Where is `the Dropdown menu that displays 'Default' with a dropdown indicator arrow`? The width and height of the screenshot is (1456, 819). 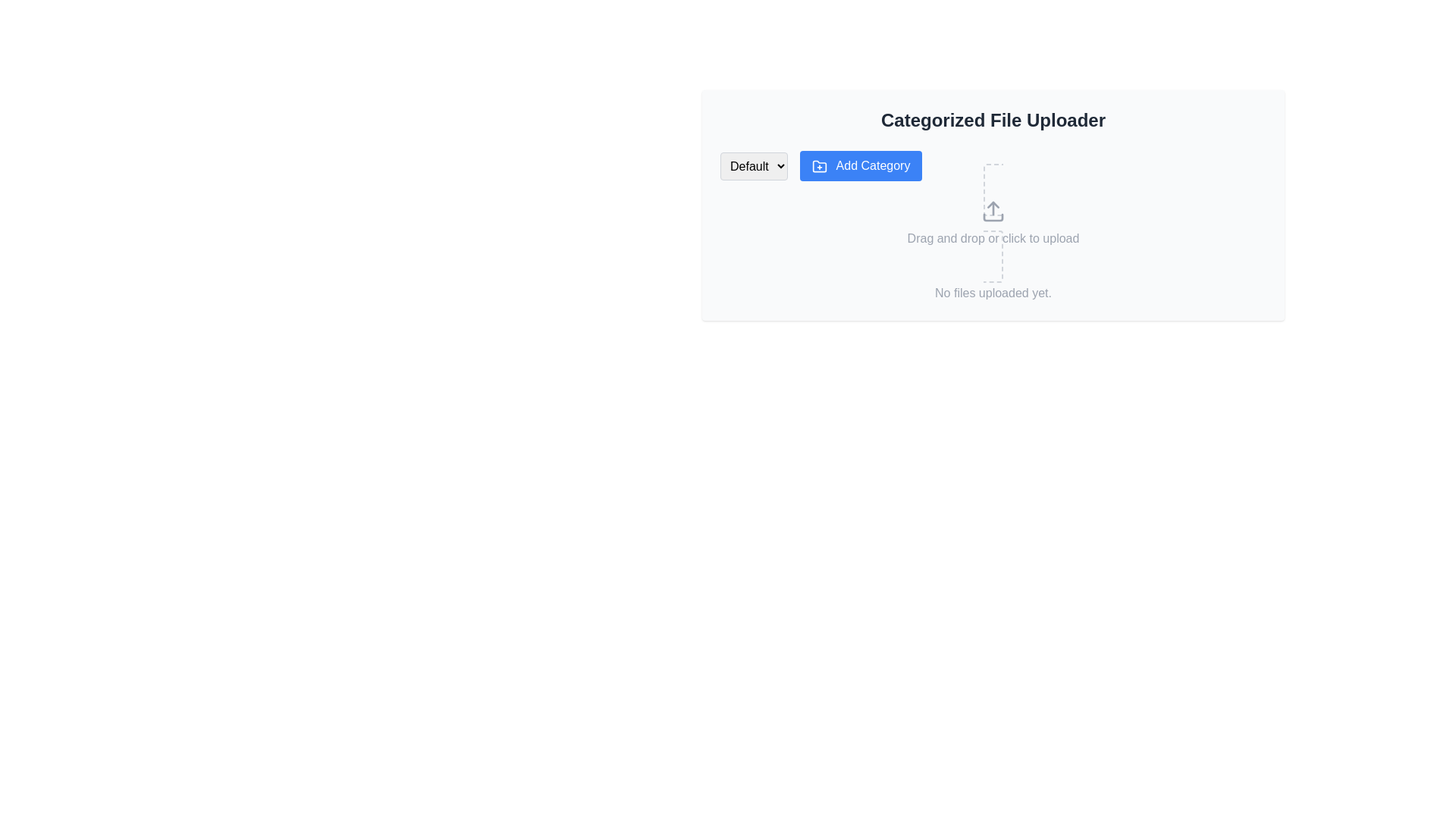 the Dropdown menu that displays 'Default' with a dropdown indicator arrow is located at coordinates (754, 166).